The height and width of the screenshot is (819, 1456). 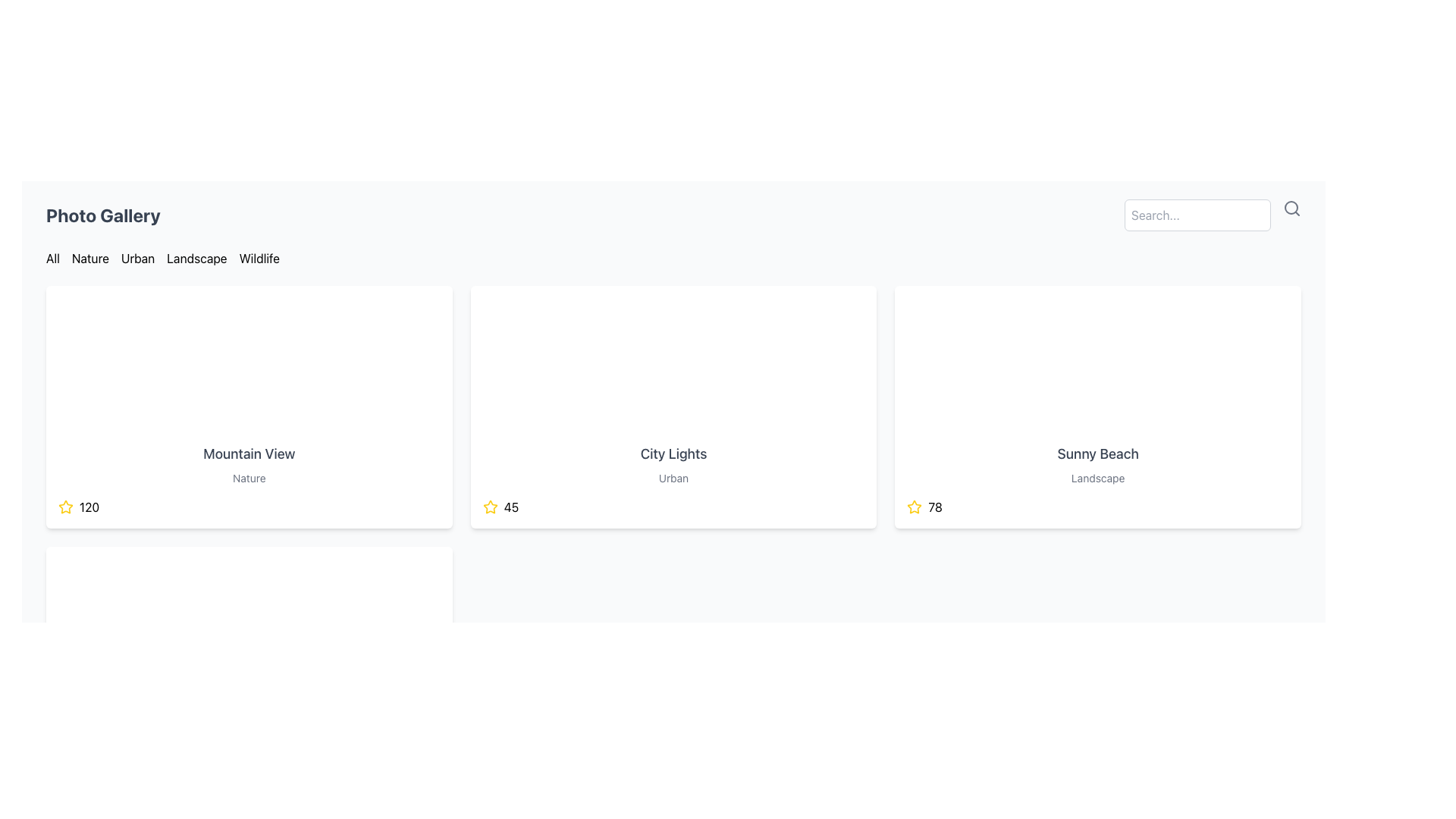 What do you see at coordinates (1098, 453) in the screenshot?
I see `the title text of the third card in the gallery layout, which describes the location or item` at bounding box center [1098, 453].